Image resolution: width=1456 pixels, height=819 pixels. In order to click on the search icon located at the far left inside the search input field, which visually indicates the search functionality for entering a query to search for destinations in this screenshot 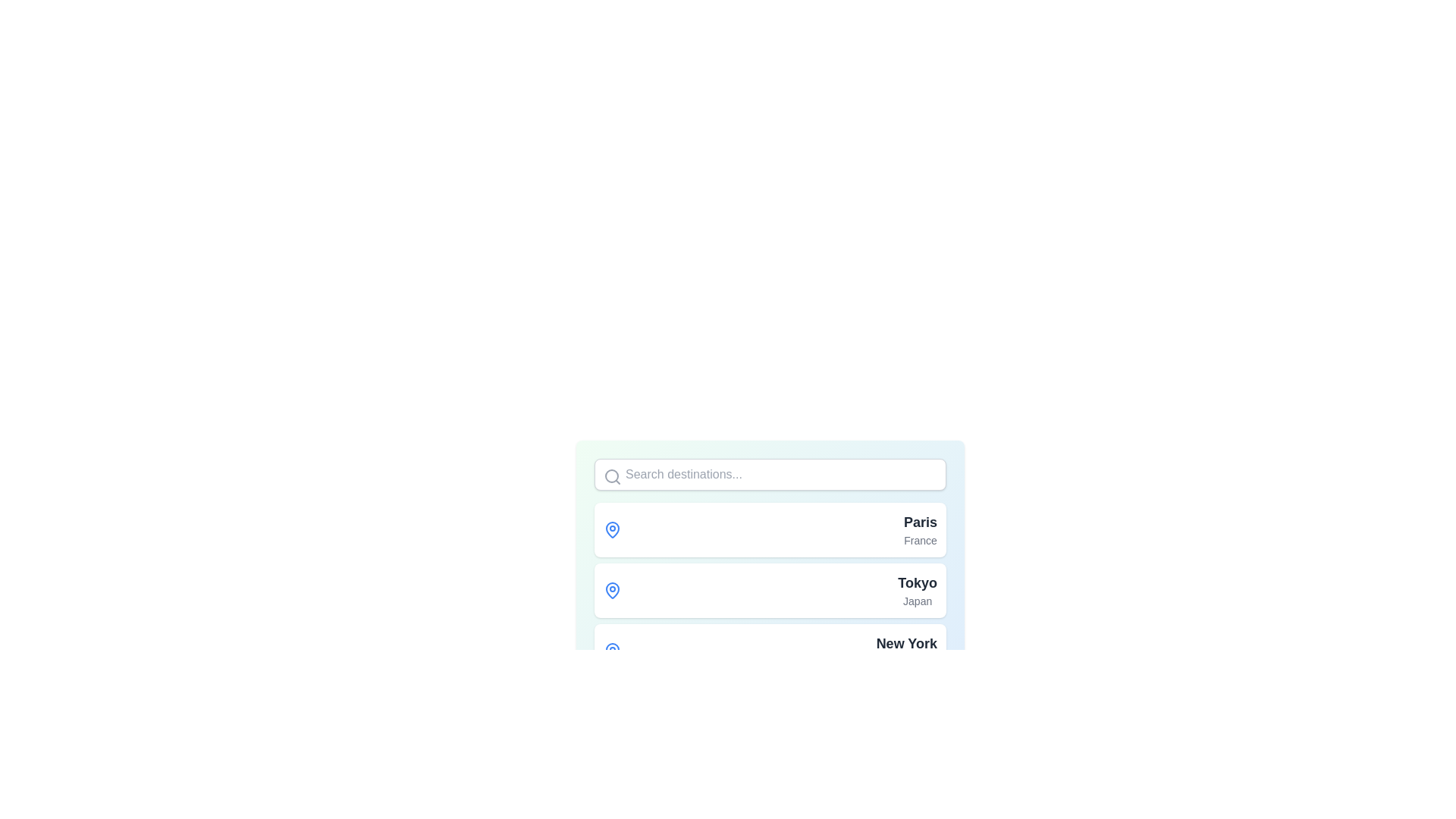, I will do `click(612, 475)`.